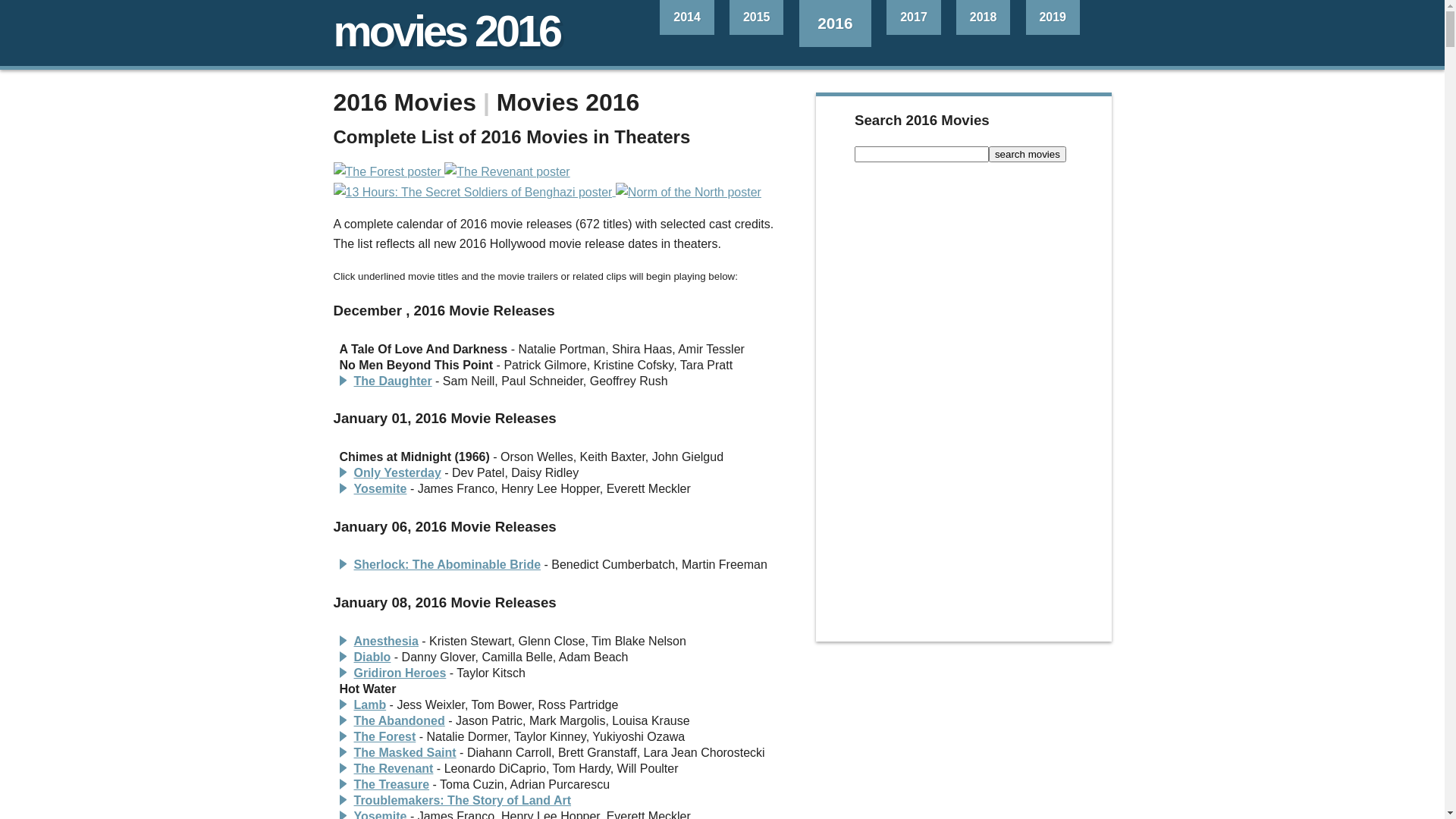 The image size is (1456, 819). Describe the element at coordinates (1052, 17) in the screenshot. I see `'2019'` at that location.